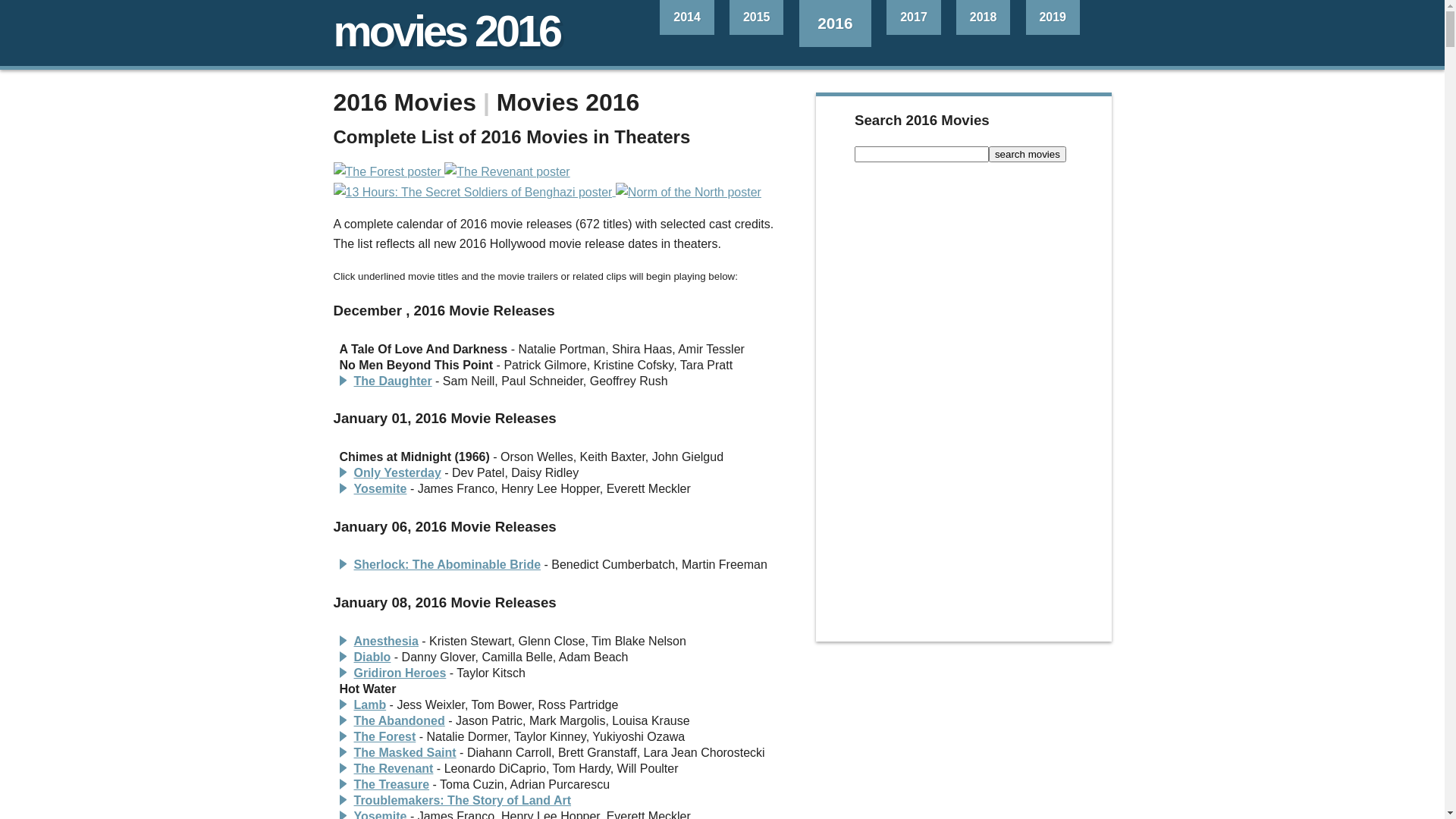 The image size is (1456, 819). Describe the element at coordinates (1052, 17) in the screenshot. I see `'2019'` at that location.